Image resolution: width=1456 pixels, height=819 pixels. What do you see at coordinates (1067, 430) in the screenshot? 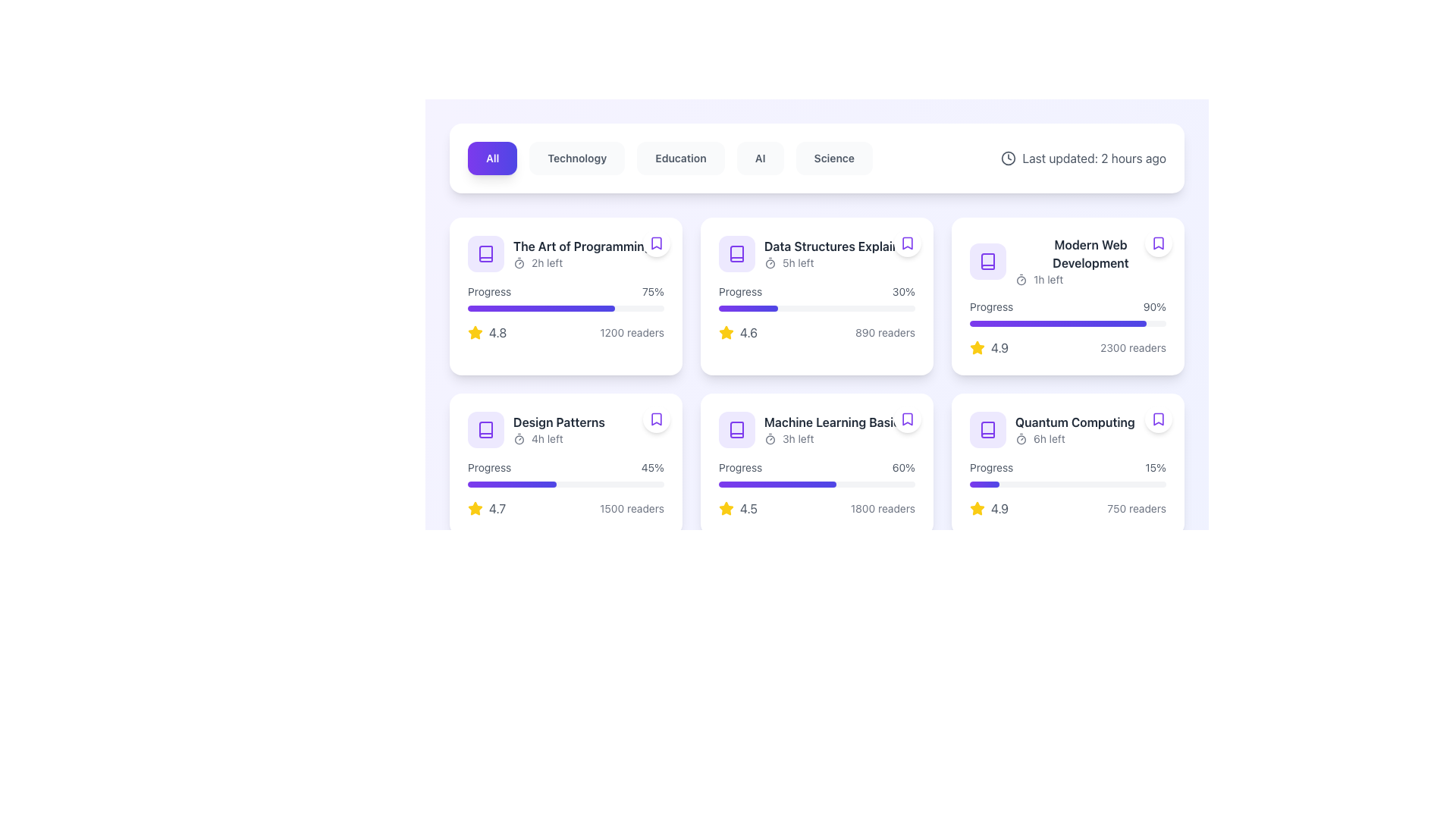
I see `the header text 'Quantum Computing' located in the bottom-right area of the card` at bounding box center [1067, 430].